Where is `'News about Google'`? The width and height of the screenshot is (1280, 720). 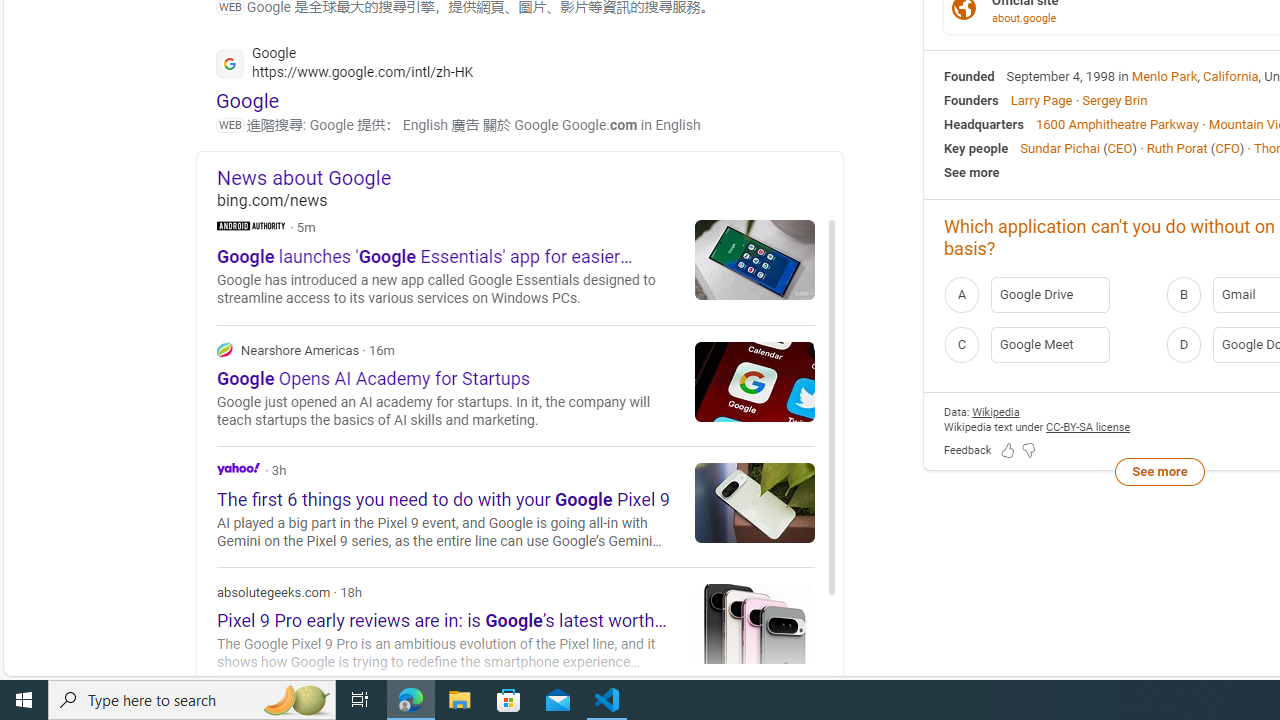
'News about Google' is located at coordinates (530, 176).